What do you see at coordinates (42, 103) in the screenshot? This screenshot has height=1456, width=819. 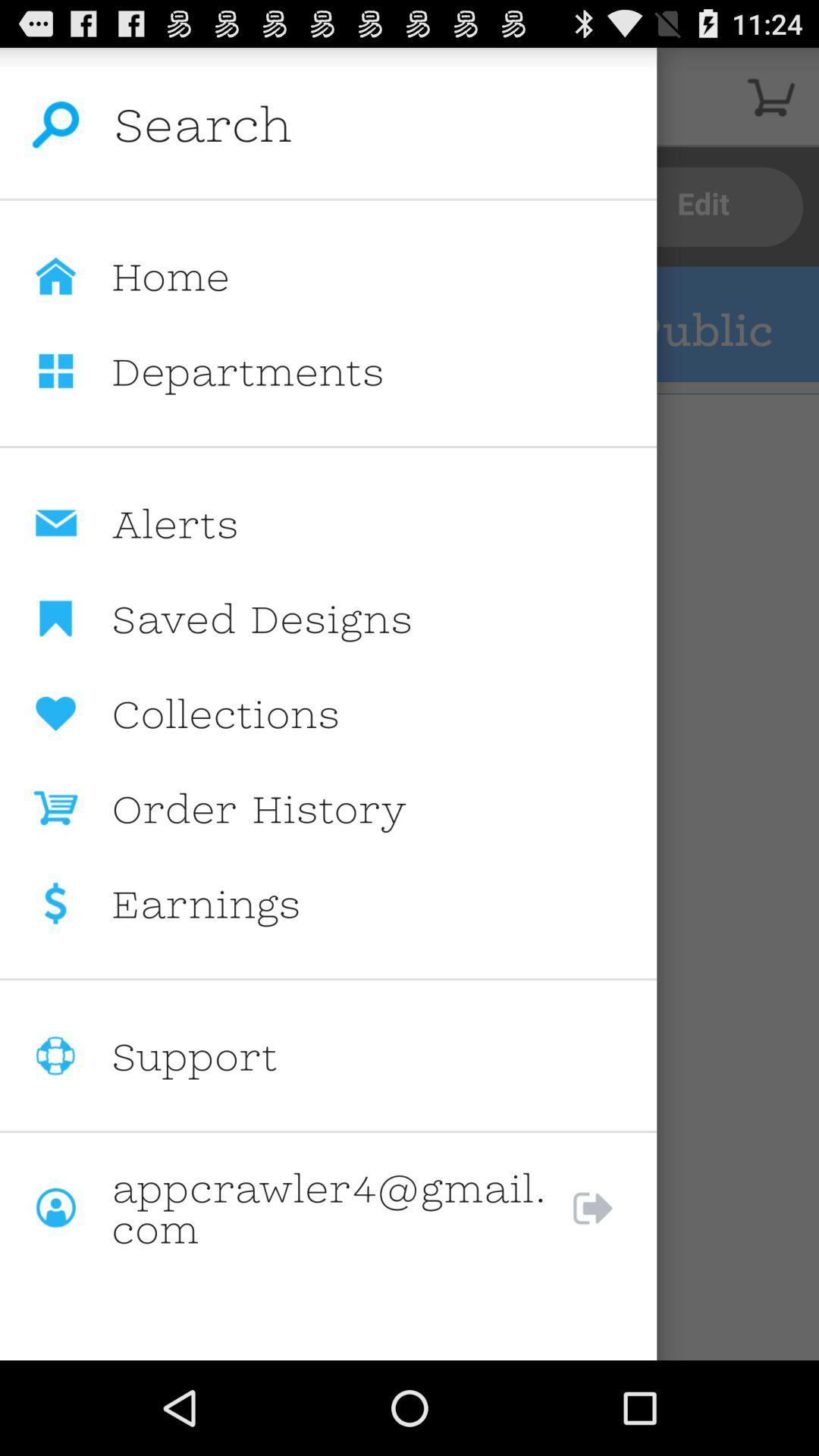 I see `the search icon` at bounding box center [42, 103].